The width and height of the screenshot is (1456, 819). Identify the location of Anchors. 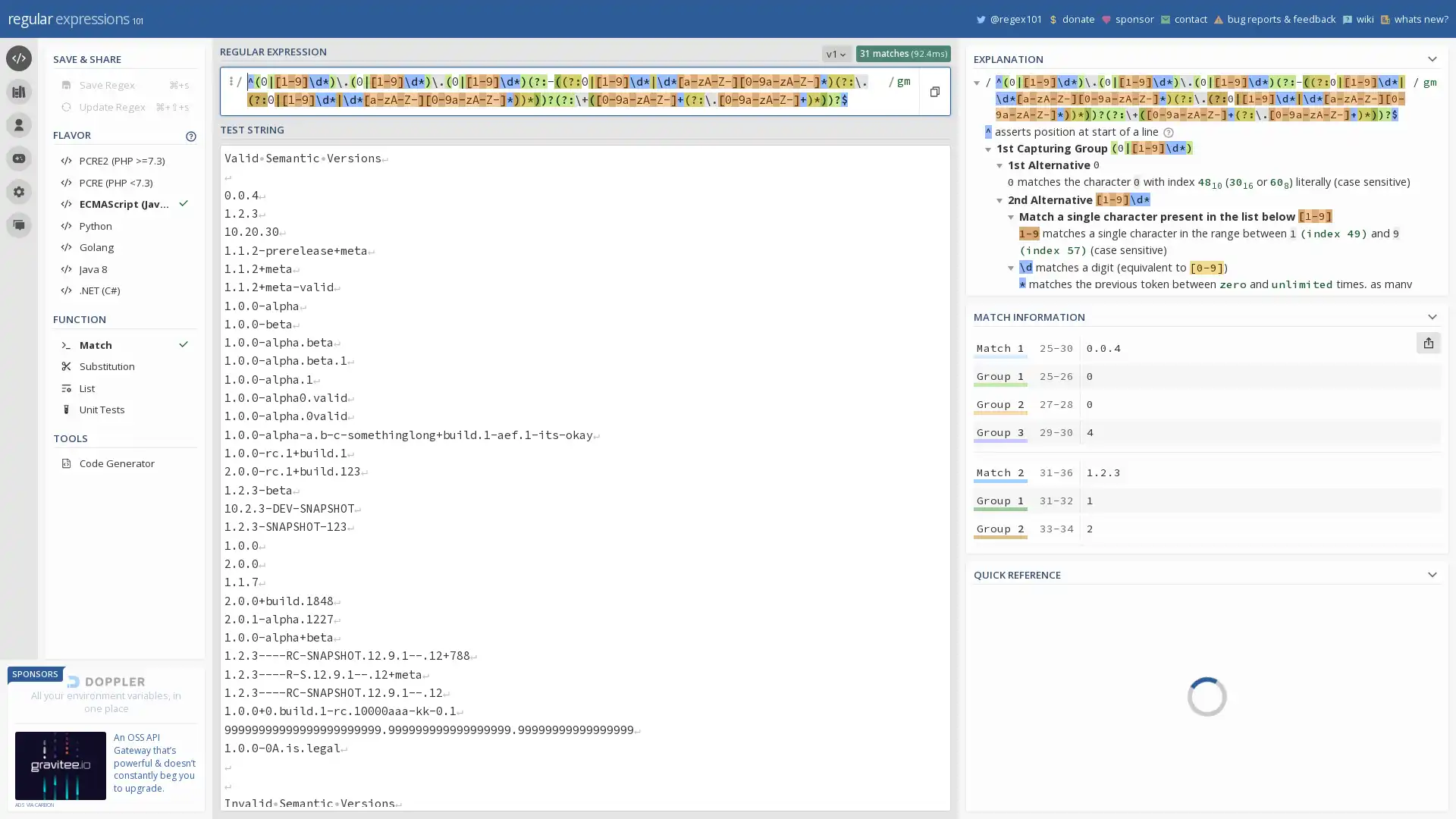
(1044, 694).